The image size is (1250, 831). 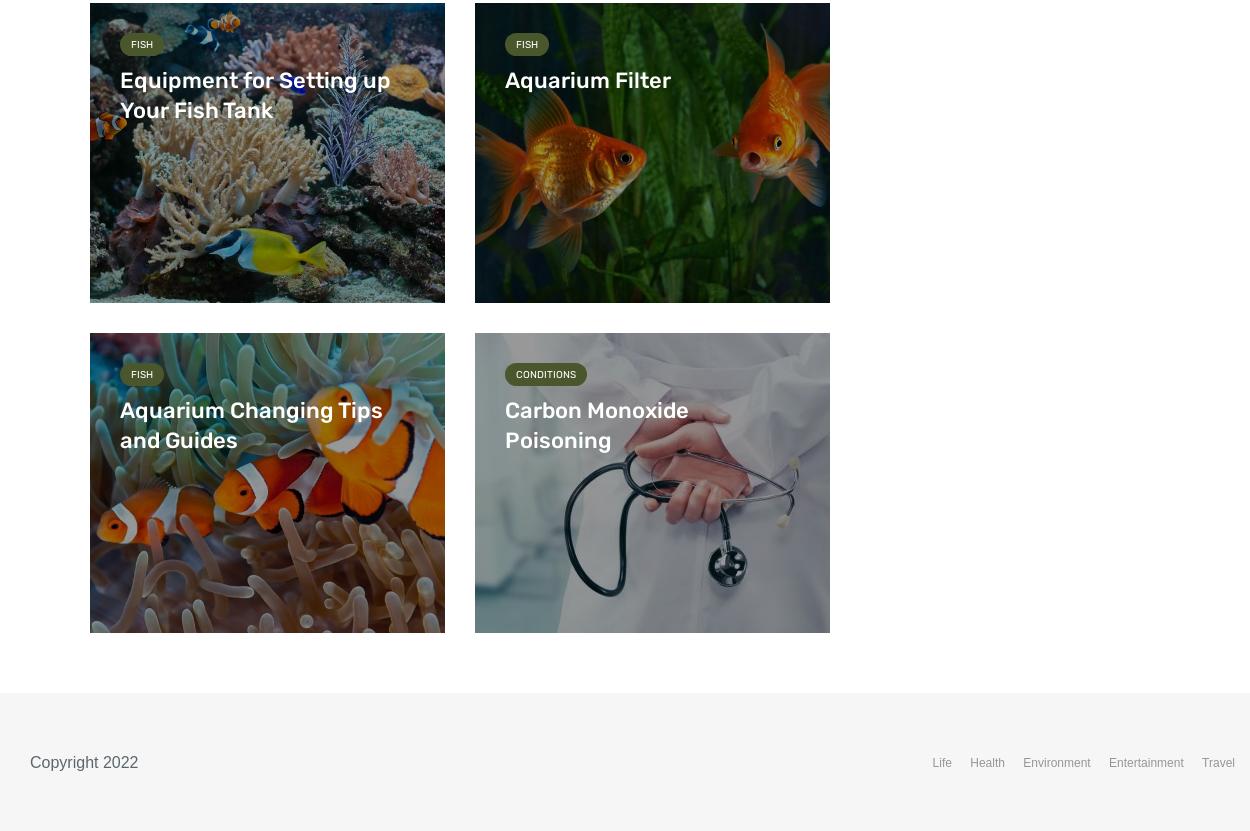 I want to click on 'Entertainment', so click(x=1108, y=763).